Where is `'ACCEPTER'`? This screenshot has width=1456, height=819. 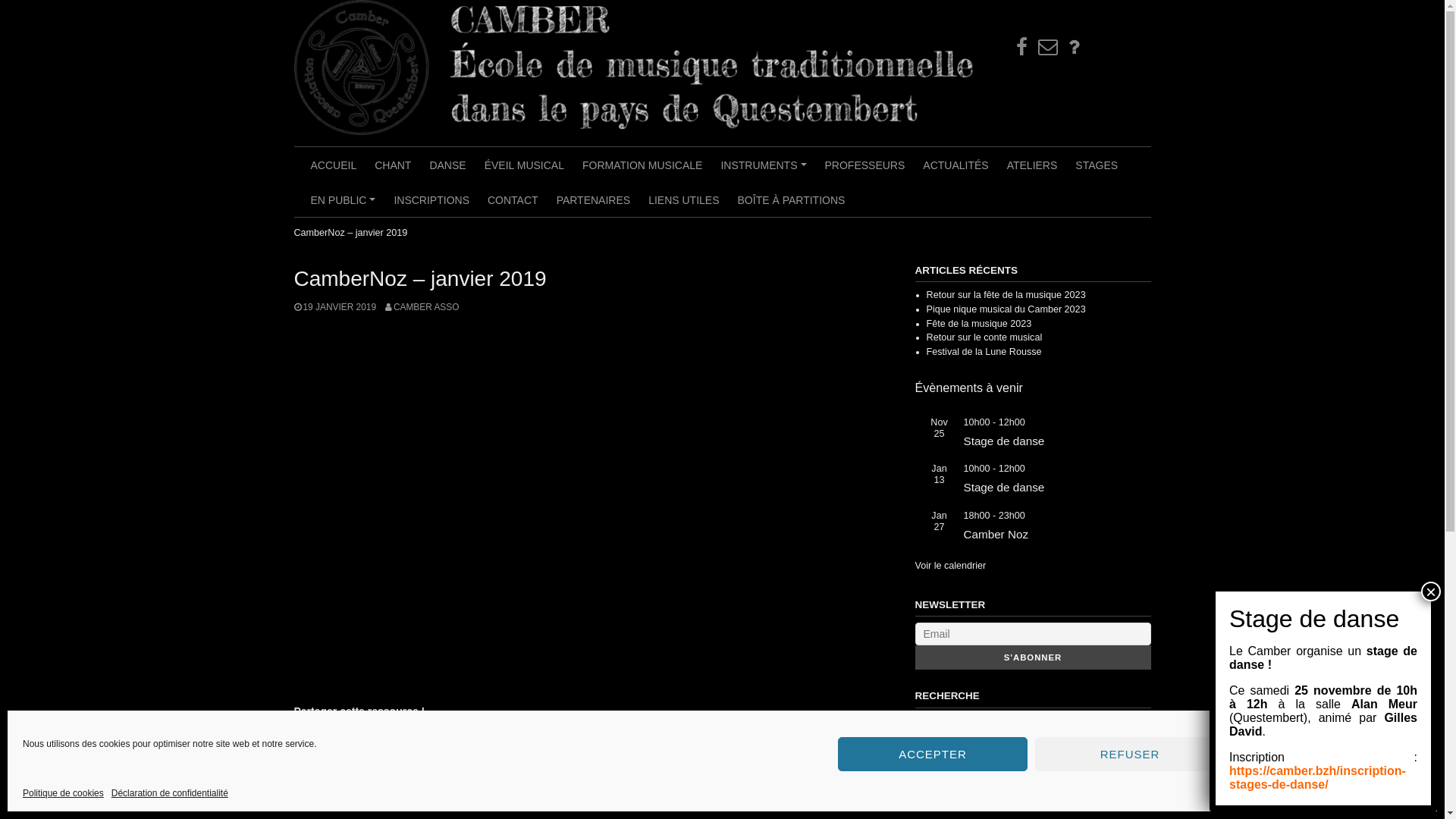
'ACCEPTER' is located at coordinates (931, 754).